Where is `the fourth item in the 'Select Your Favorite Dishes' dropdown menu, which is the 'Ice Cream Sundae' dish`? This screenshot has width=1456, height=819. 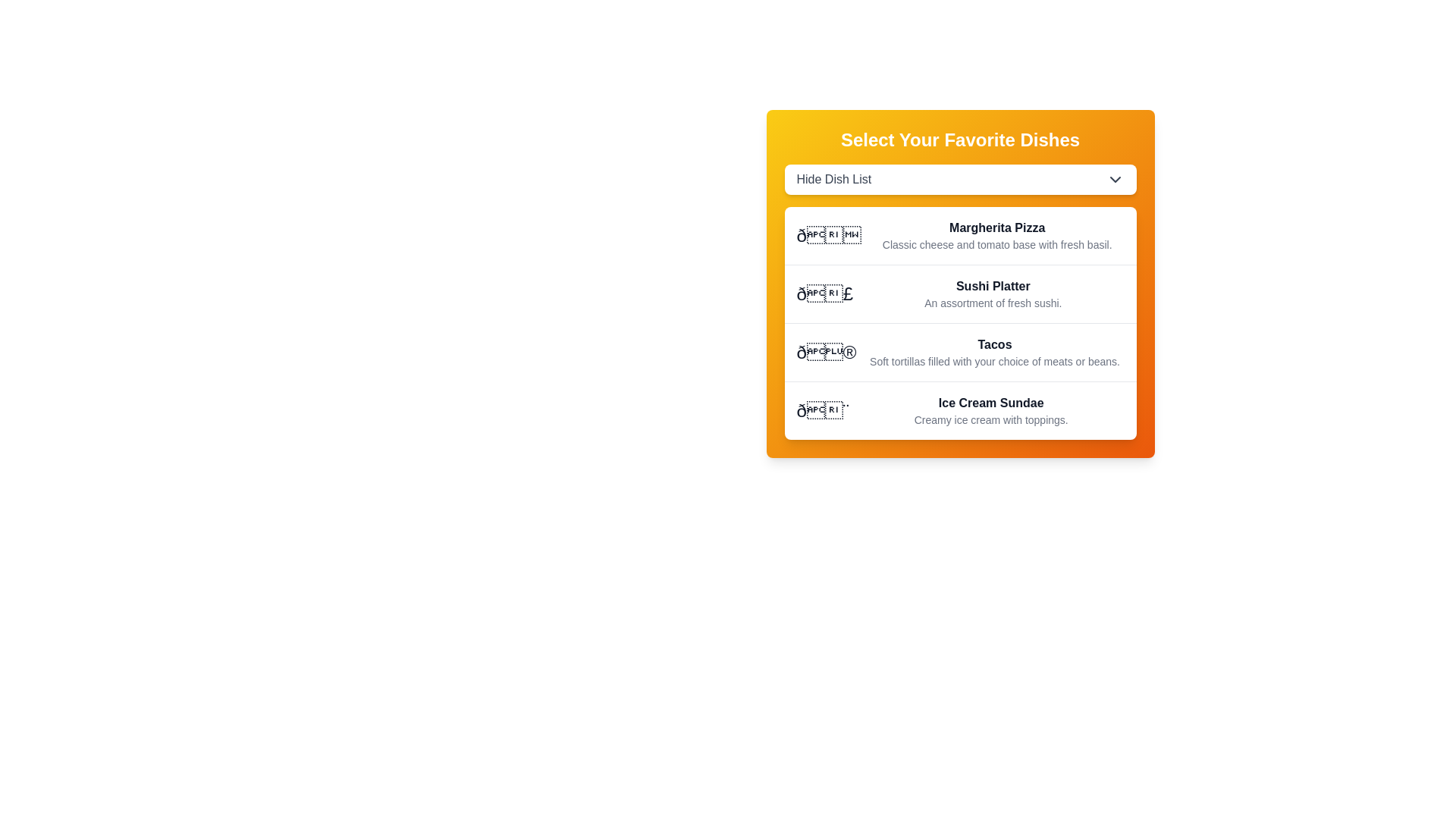 the fourth item in the 'Select Your Favorite Dishes' dropdown menu, which is the 'Ice Cream Sundae' dish is located at coordinates (959, 410).